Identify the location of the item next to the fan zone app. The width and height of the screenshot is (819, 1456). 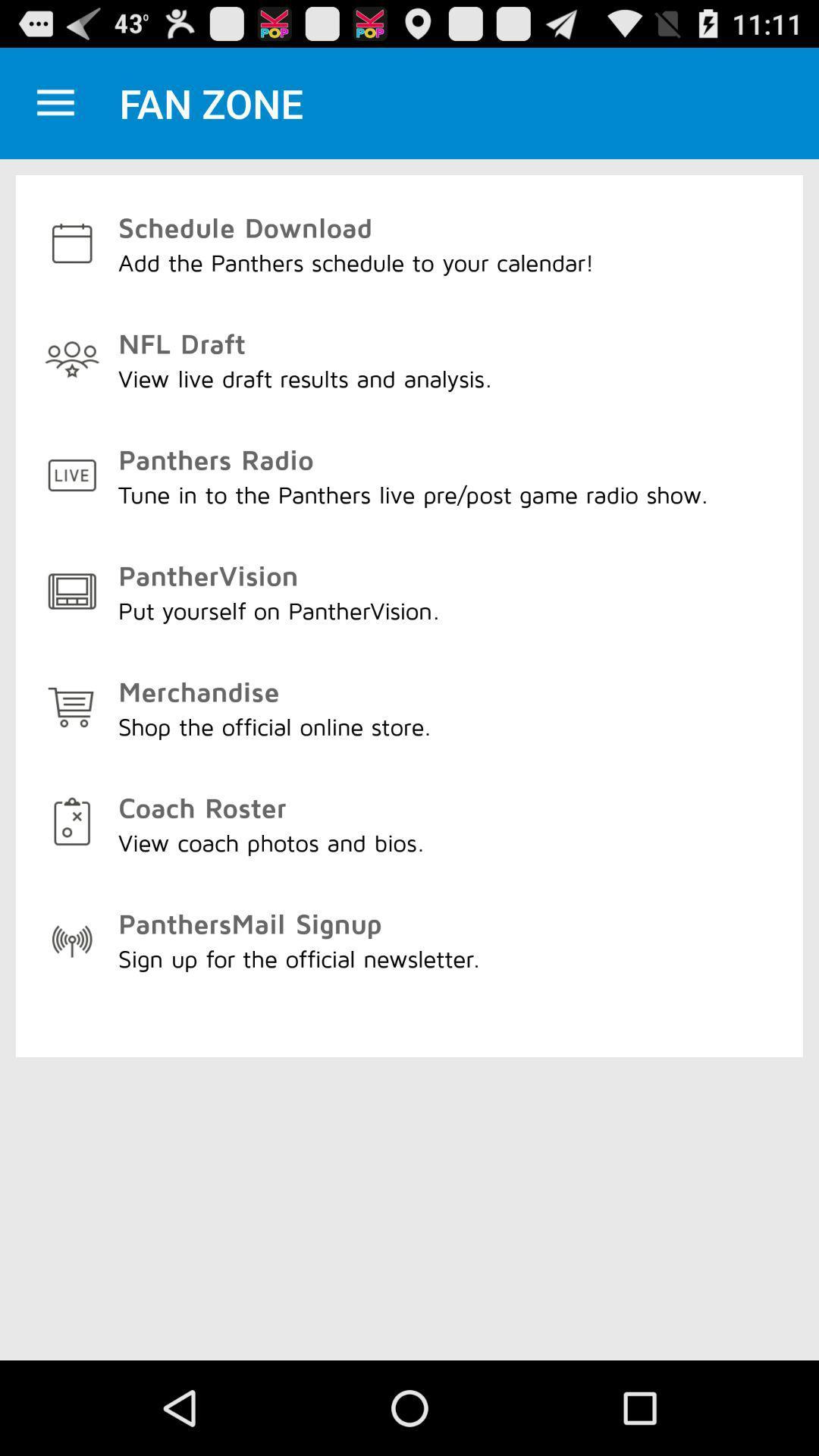
(55, 102).